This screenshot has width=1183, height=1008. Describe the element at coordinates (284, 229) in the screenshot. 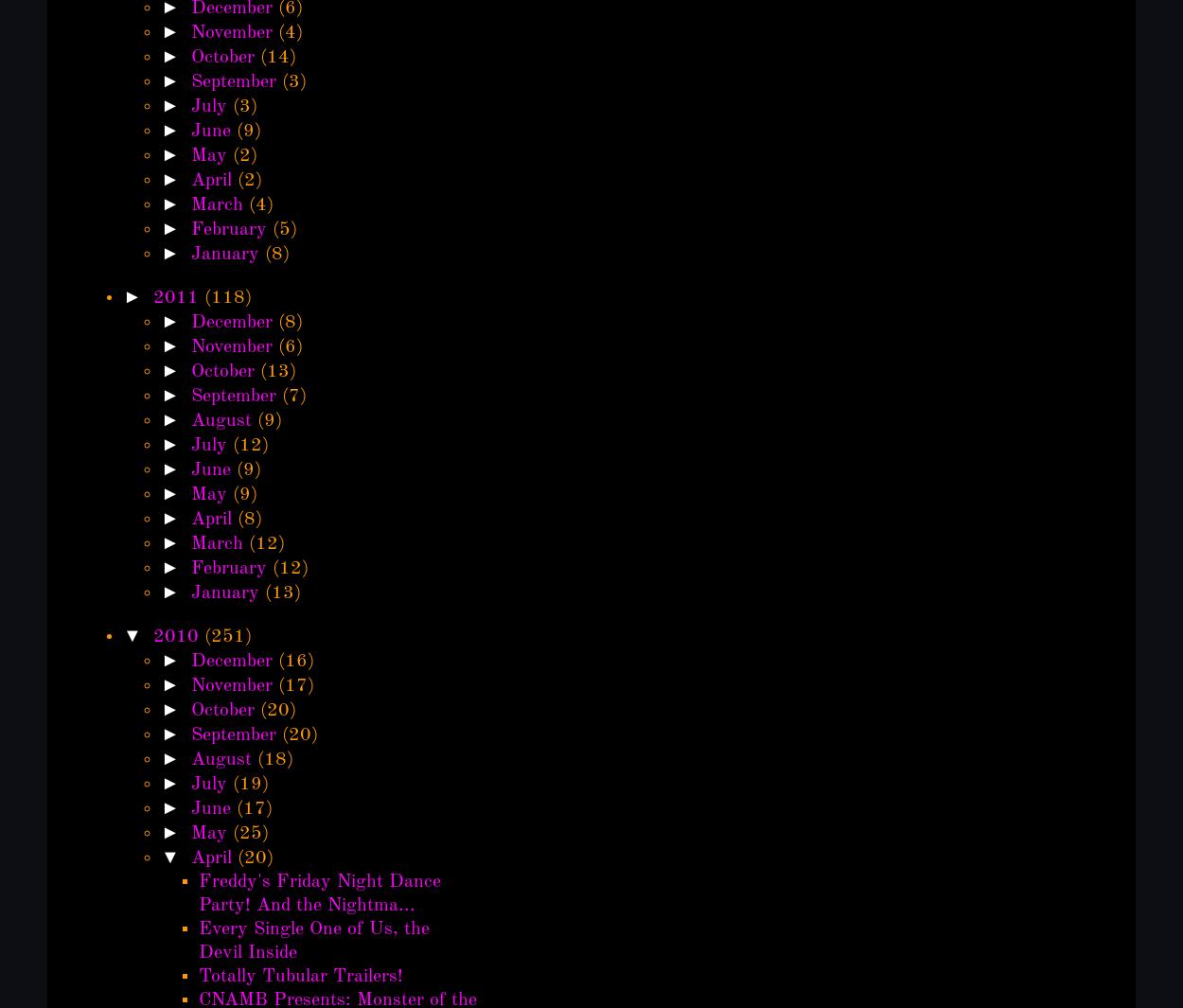

I see `'(5)'` at that location.